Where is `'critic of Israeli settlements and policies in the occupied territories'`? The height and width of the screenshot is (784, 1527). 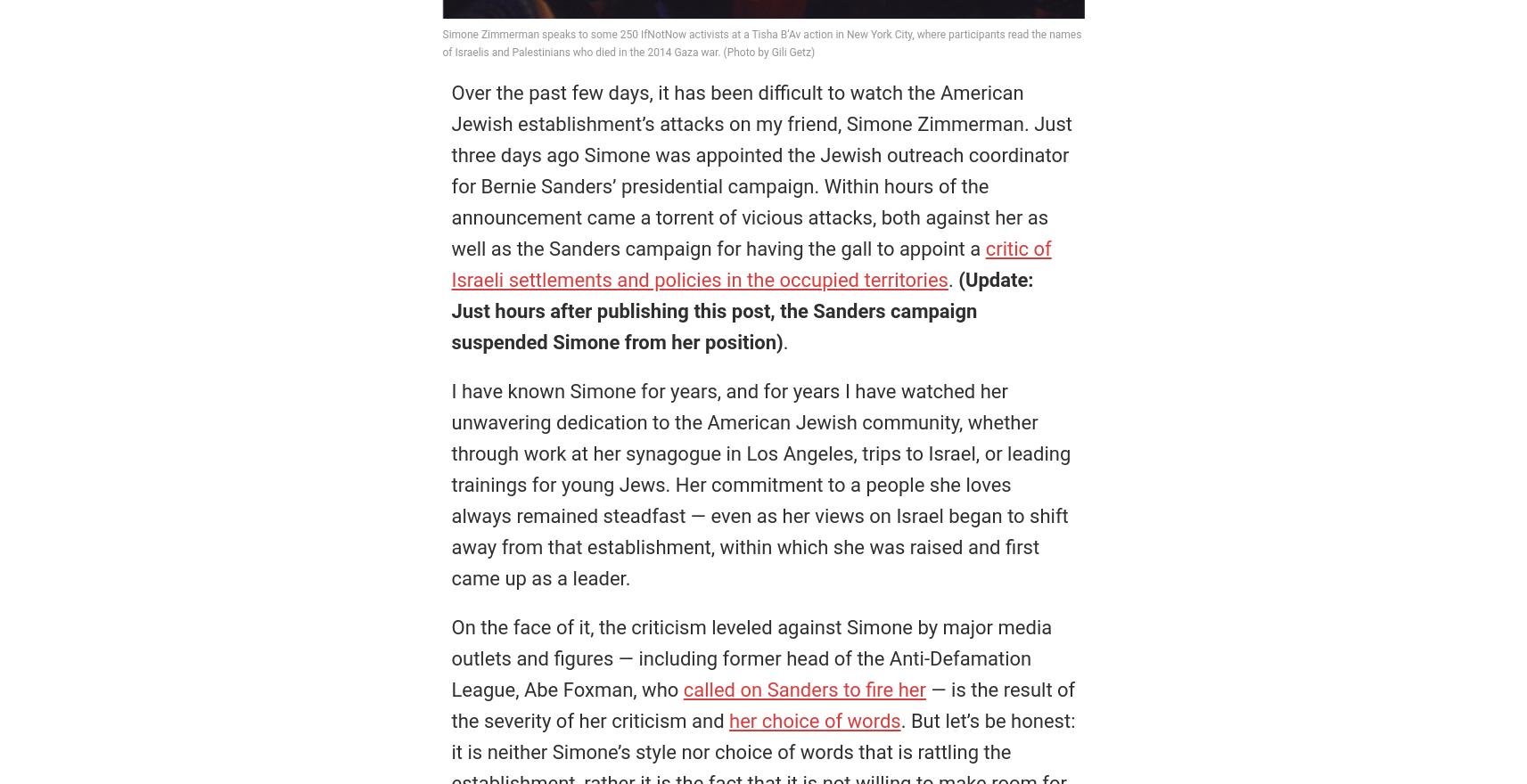
'critic of Israeli settlements and policies in the occupied territories' is located at coordinates (750, 264).